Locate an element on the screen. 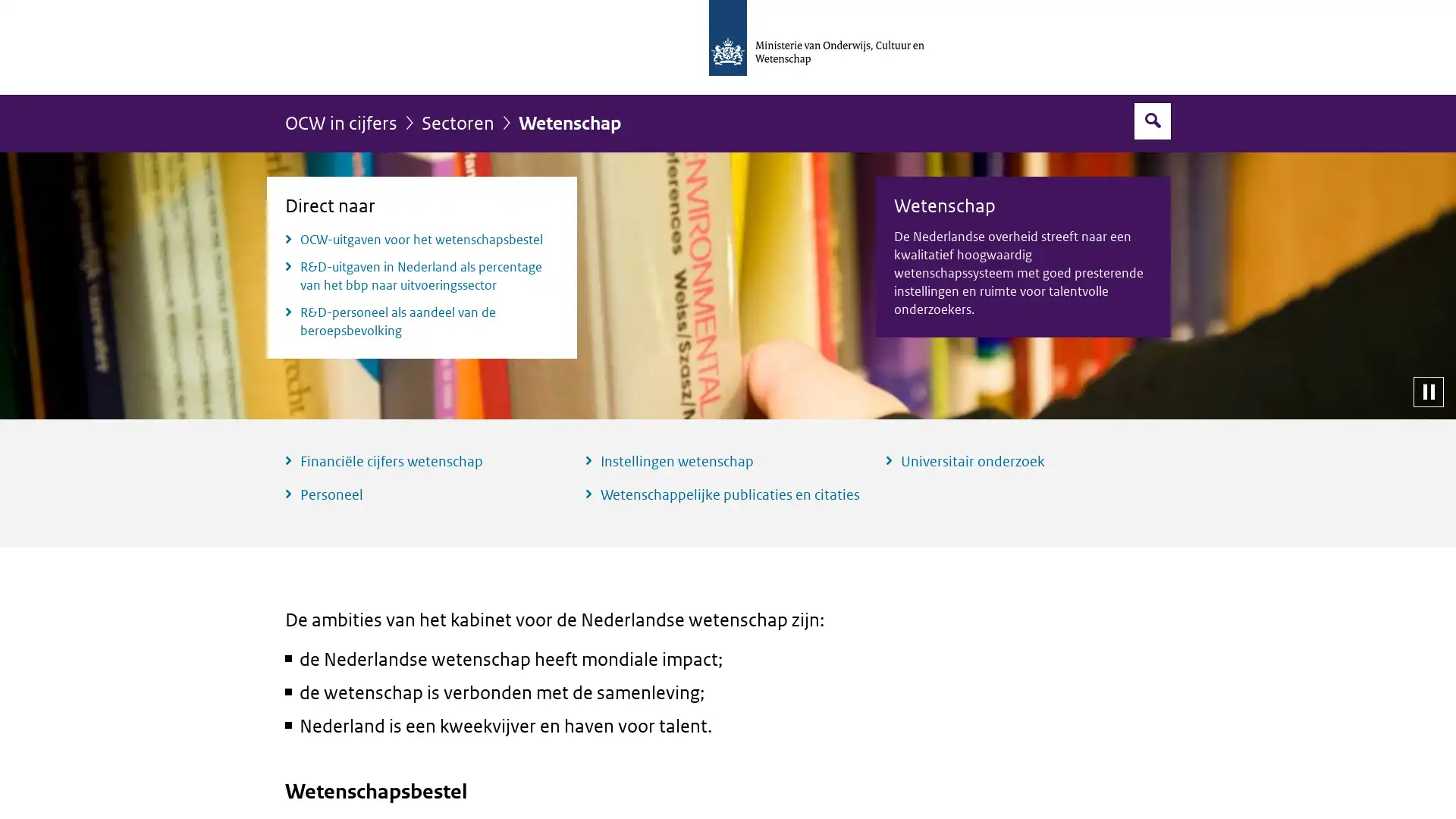 The height and width of the screenshot is (819, 1456). Pauzeer diashow is located at coordinates (1427, 391).